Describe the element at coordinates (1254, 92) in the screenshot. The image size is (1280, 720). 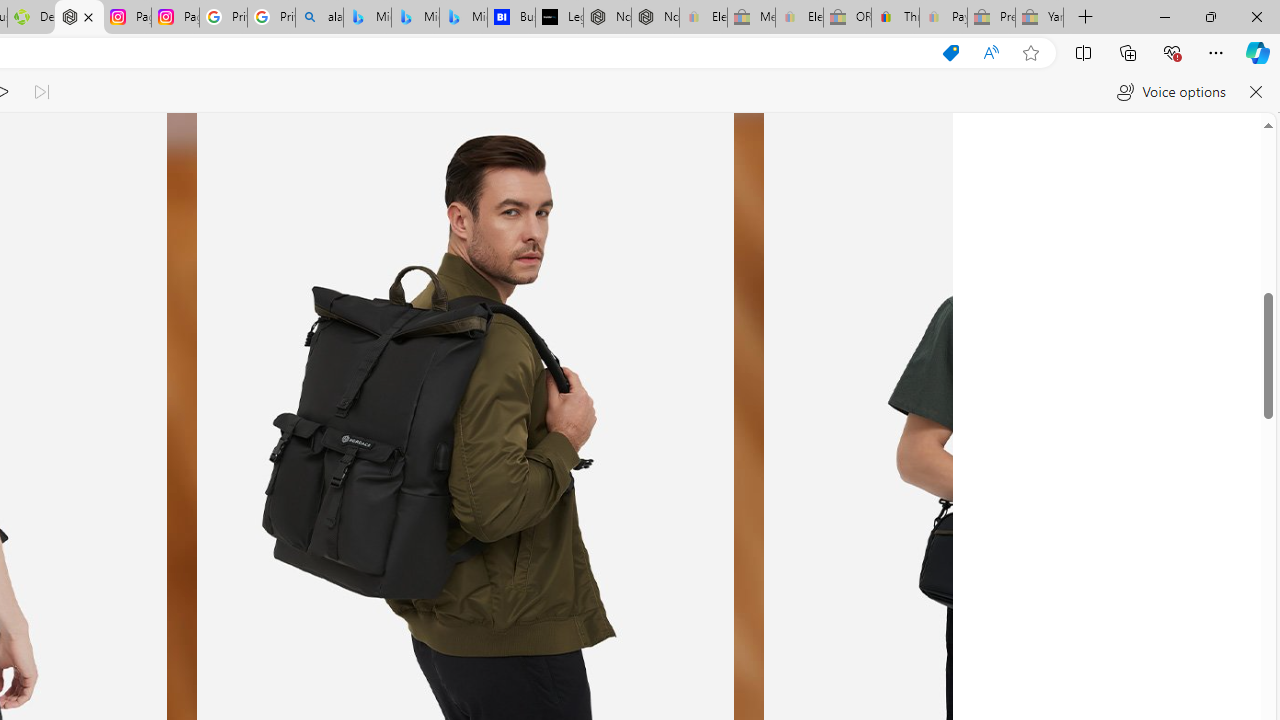
I see `'Close read aloud'` at that location.